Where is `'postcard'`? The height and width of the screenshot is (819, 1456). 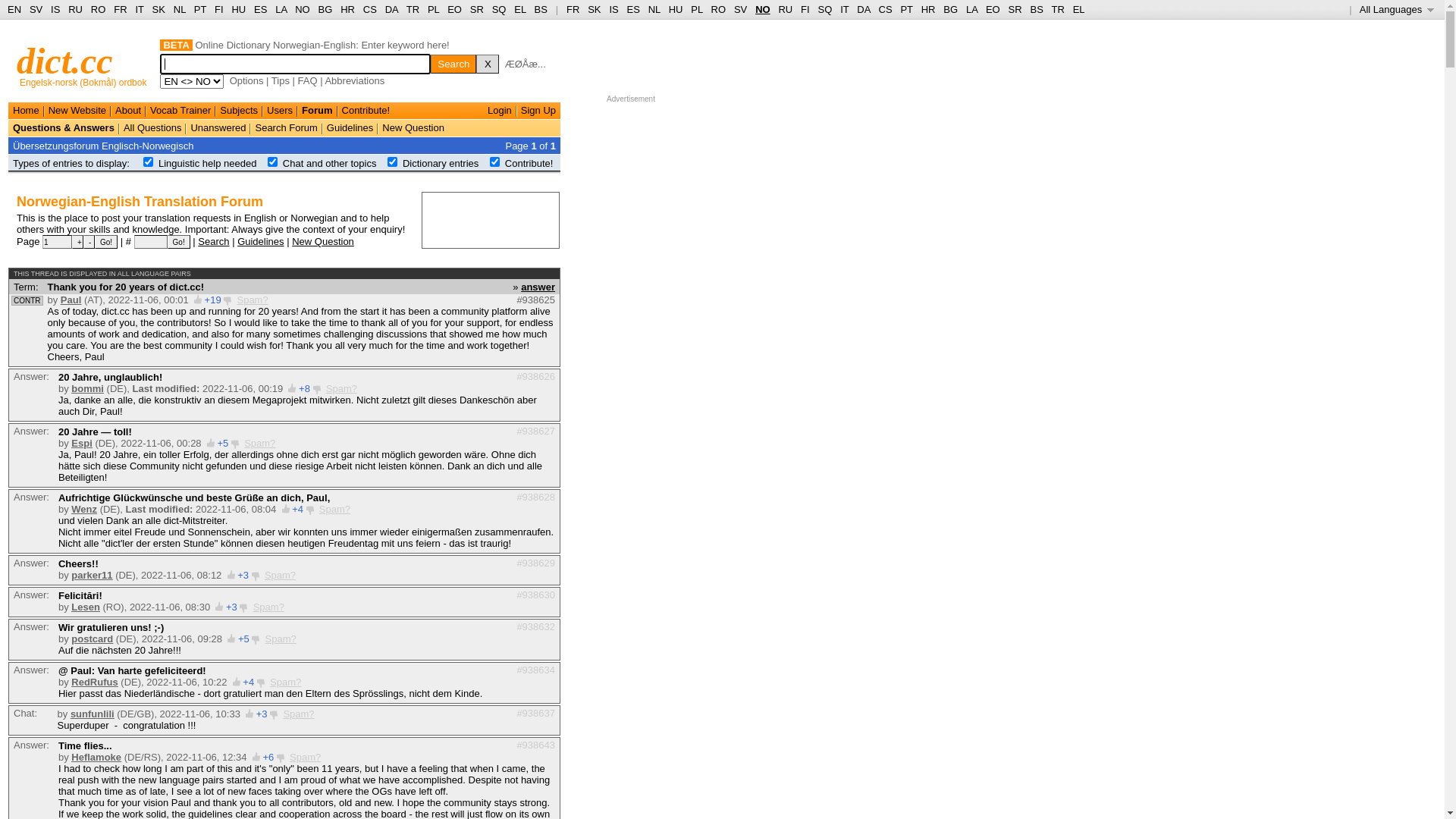
'postcard' is located at coordinates (91, 639).